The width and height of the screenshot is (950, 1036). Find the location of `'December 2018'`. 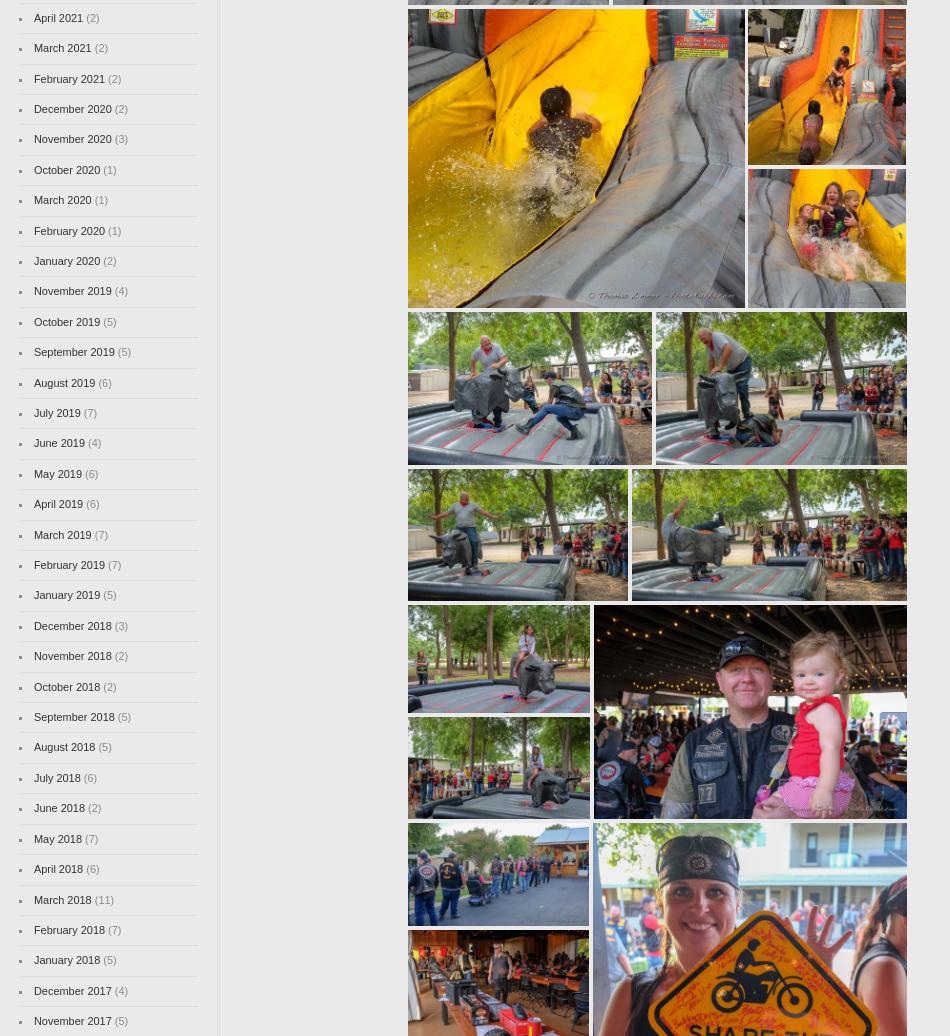

'December 2018' is located at coordinates (32, 625).